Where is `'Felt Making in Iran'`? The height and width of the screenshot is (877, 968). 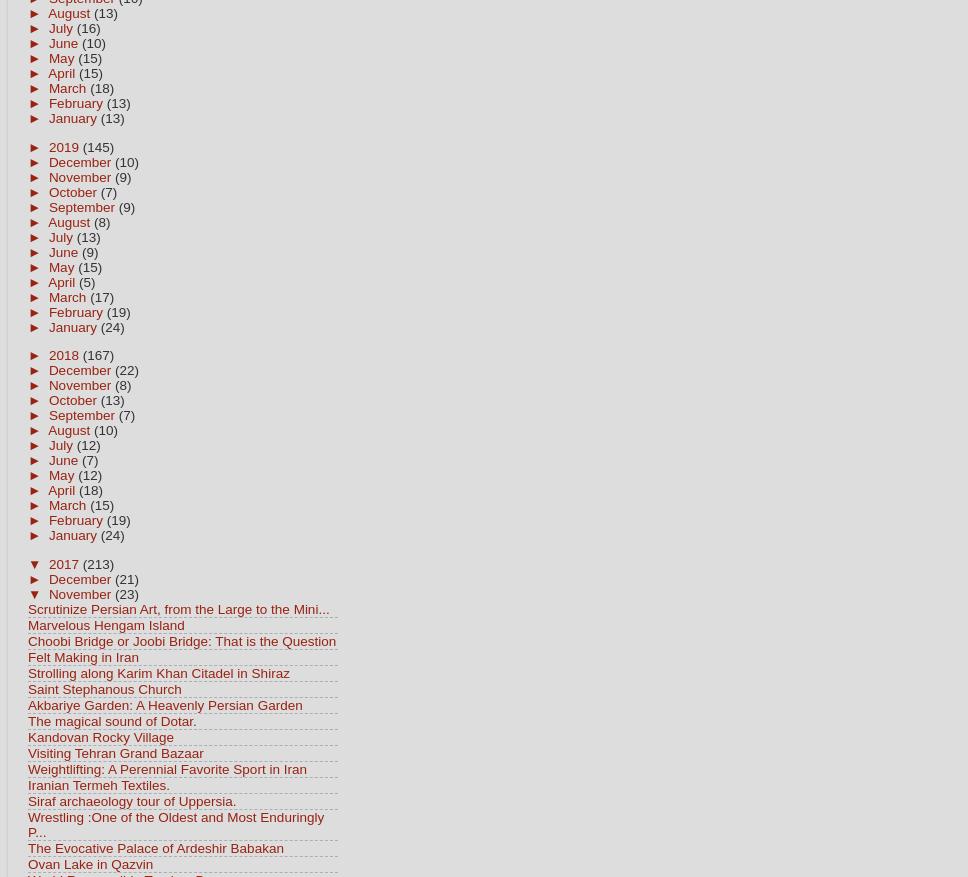
'Felt Making in Iran' is located at coordinates (83, 656).